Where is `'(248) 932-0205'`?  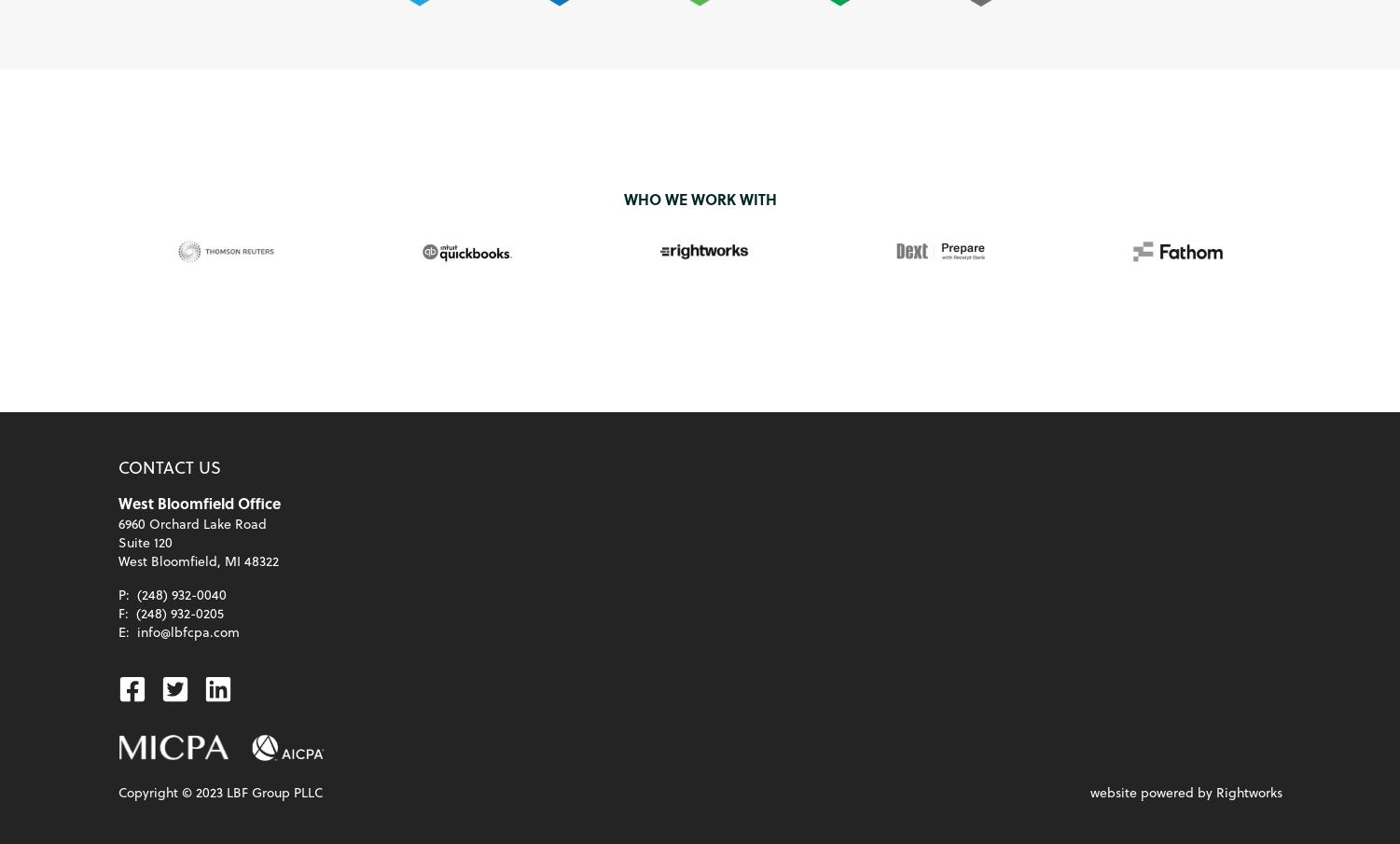 '(248) 932-0205' is located at coordinates (178, 613).